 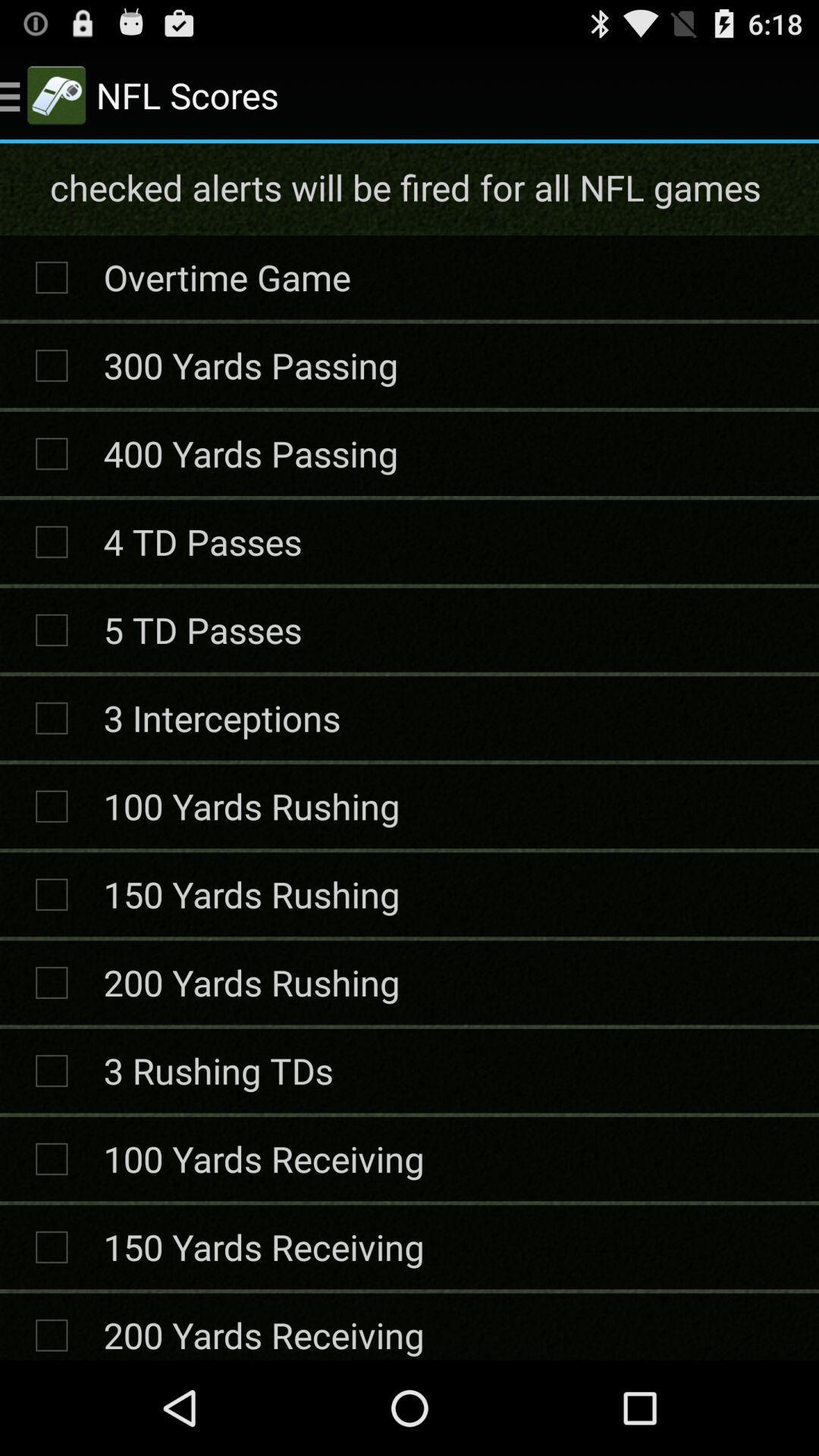 I want to click on checkbpox left to 100 yards rushing, so click(x=51, y=806).